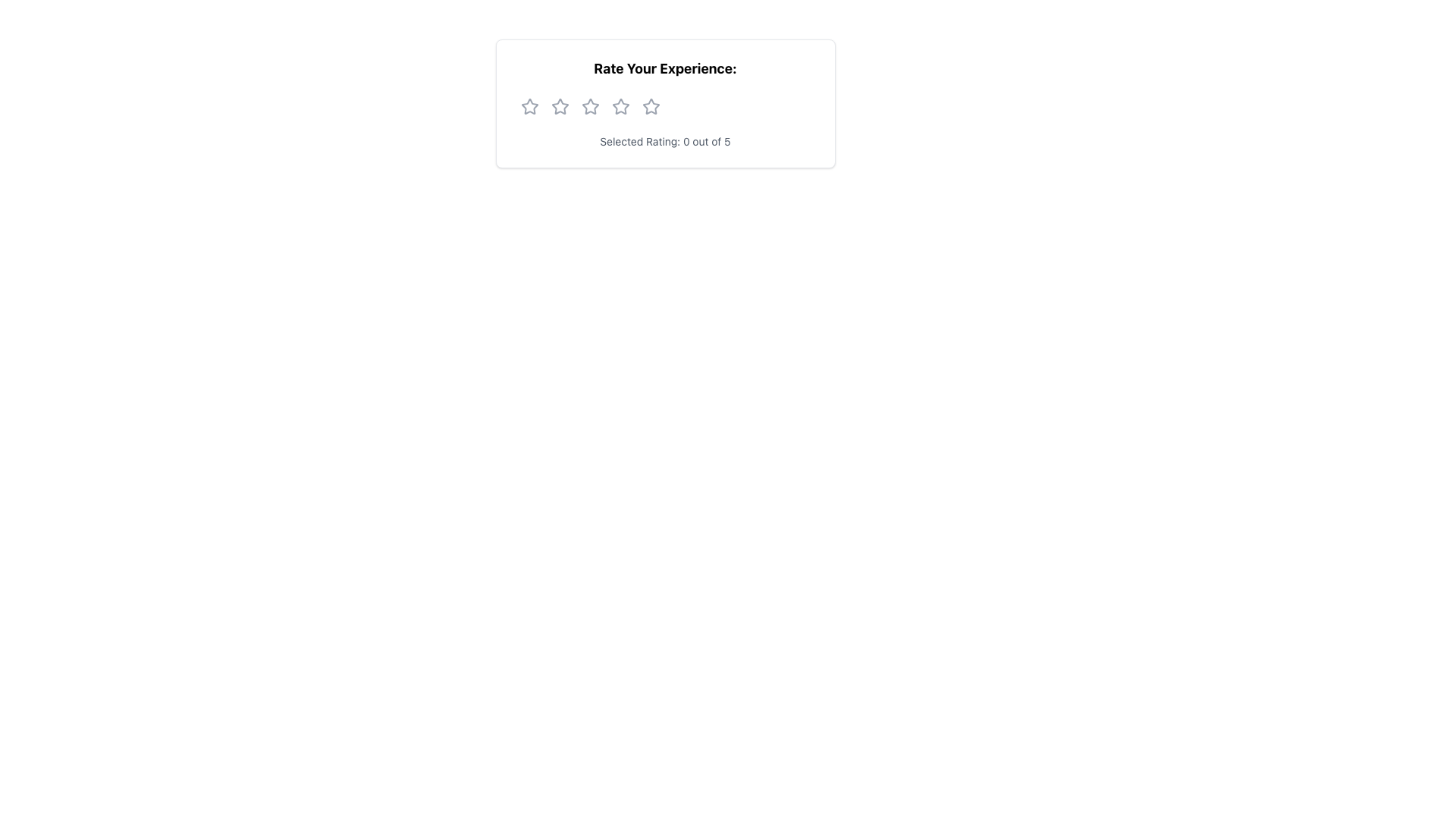 The image size is (1456, 819). I want to click on the third star-shaped icon in the star rating interface located beneath the prompt 'Rate Your Experience:', so click(589, 106).